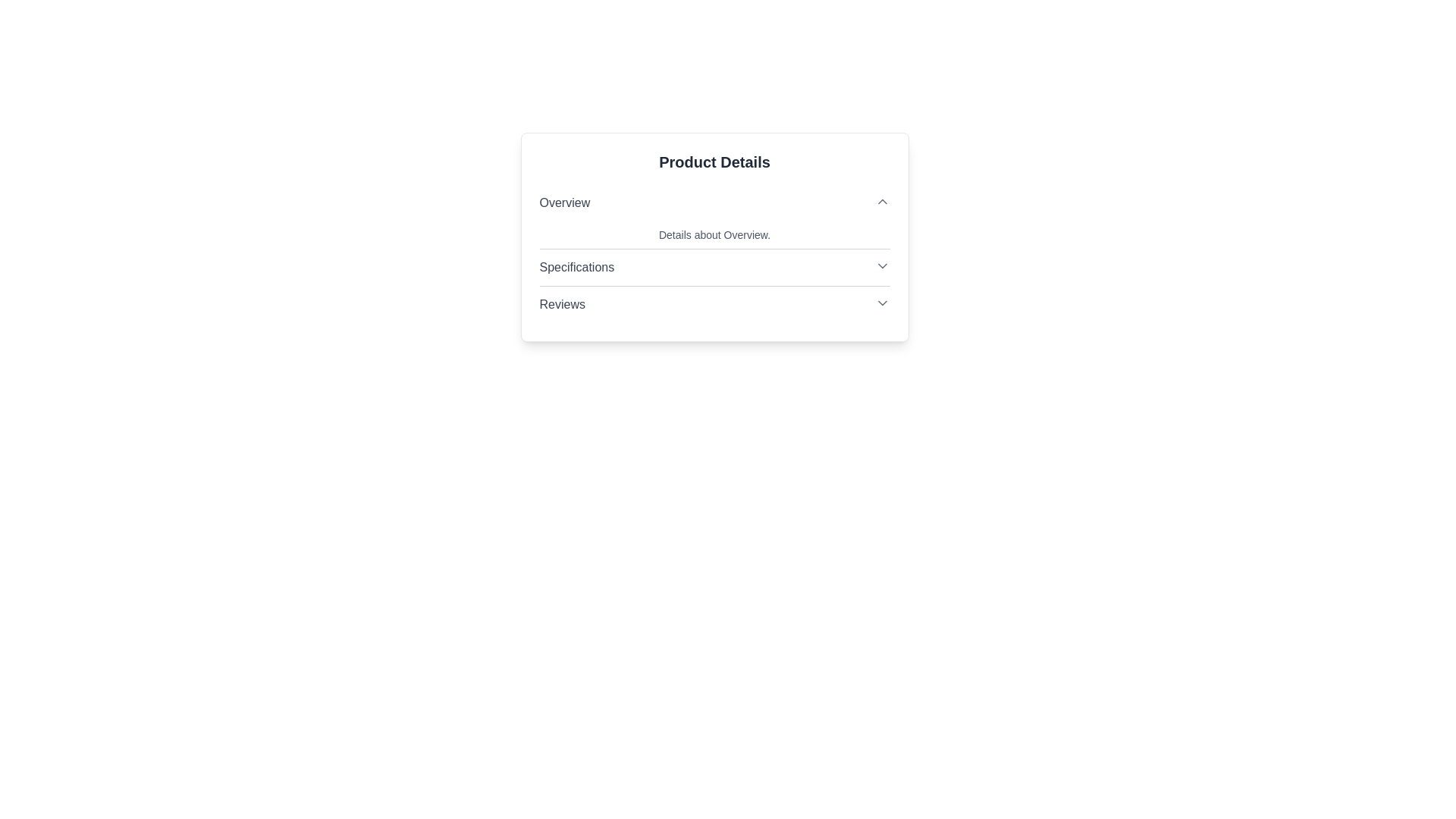  What do you see at coordinates (563, 202) in the screenshot?
I see `the static text label for the 'Overview' collapsible section located in the first row under 'Product Details'` at bounding box center [563, 202].